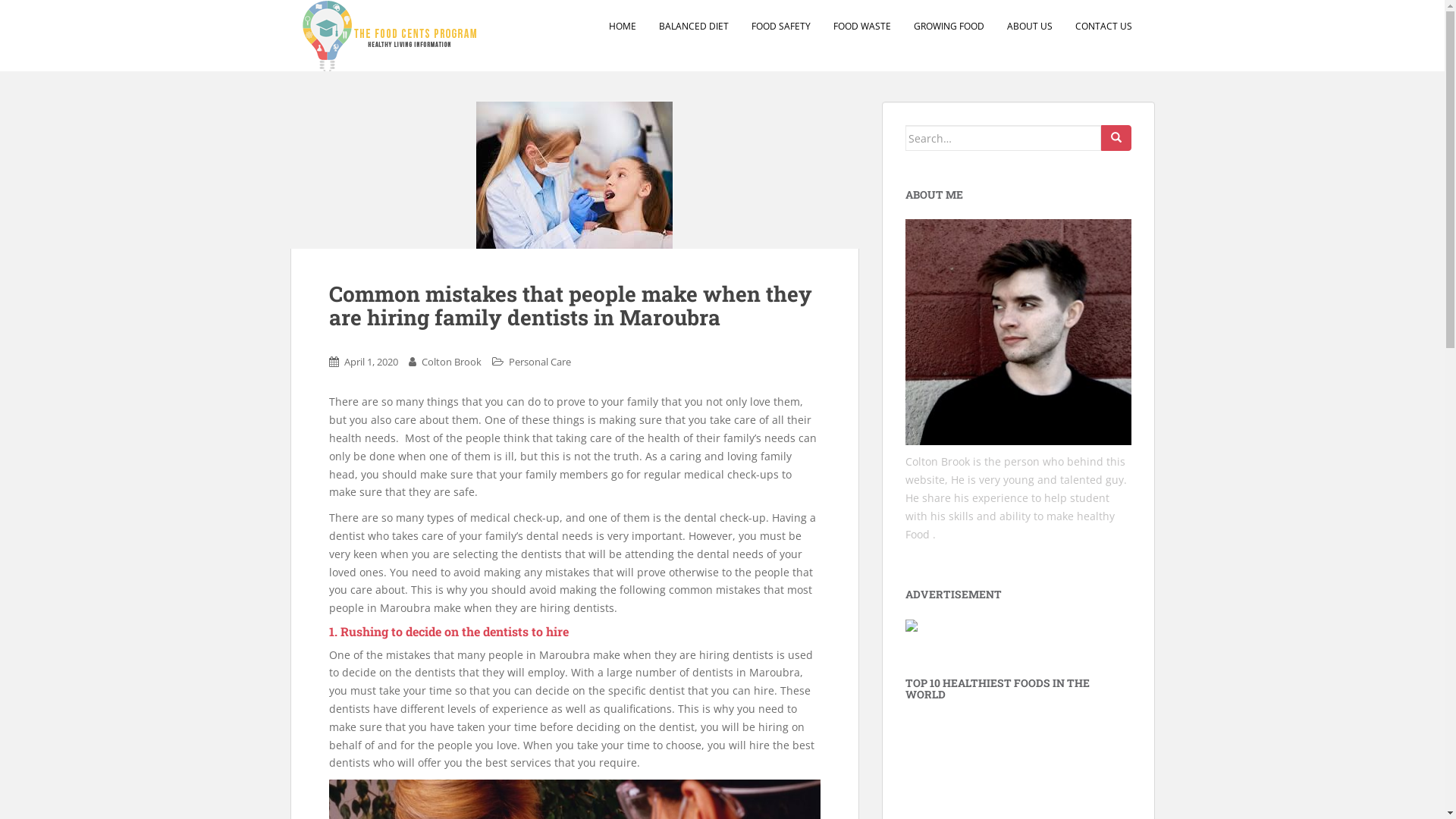 Image resolution: width=1456 pixels, height=819 pixels. Describe the element at coordinates (1030, 26) in the screenshot. I see `'ABOUT US'` at that location.